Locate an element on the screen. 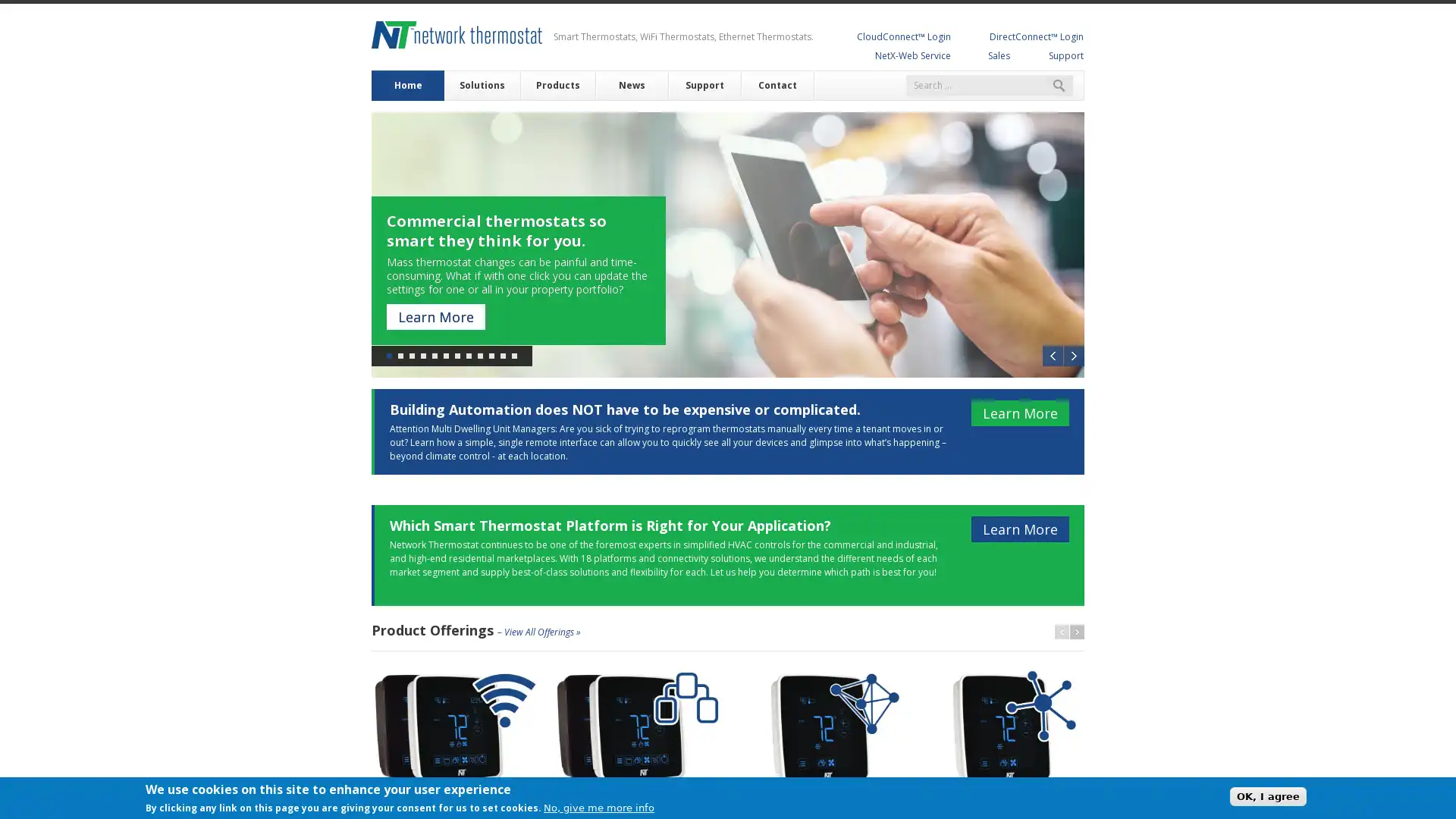 This screenshot has width=1456, height=819. OK, I agree is located at coordinates (1268, 795).